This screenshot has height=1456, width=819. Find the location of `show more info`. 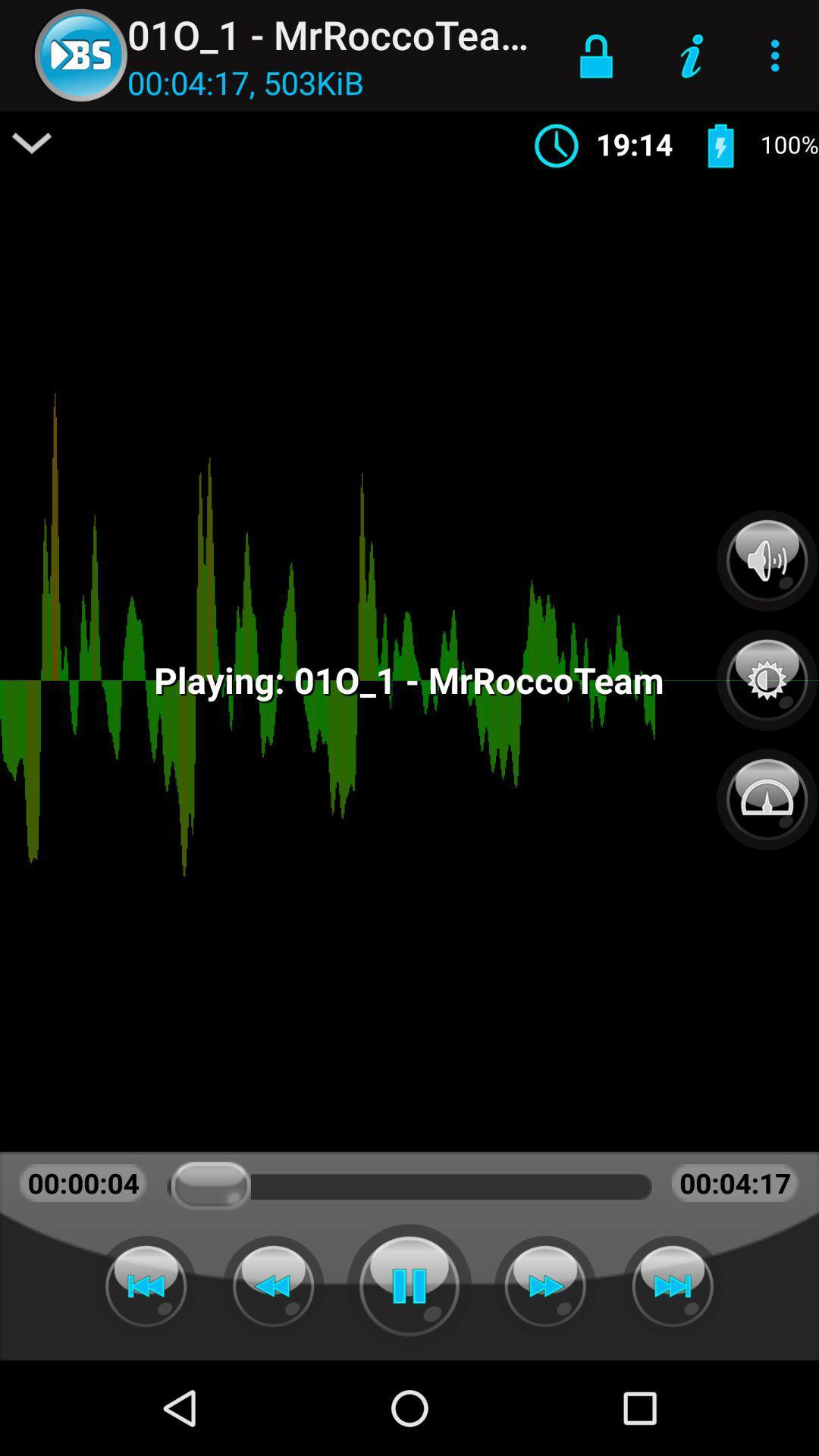

show more info is located at coordinates (32, 143).